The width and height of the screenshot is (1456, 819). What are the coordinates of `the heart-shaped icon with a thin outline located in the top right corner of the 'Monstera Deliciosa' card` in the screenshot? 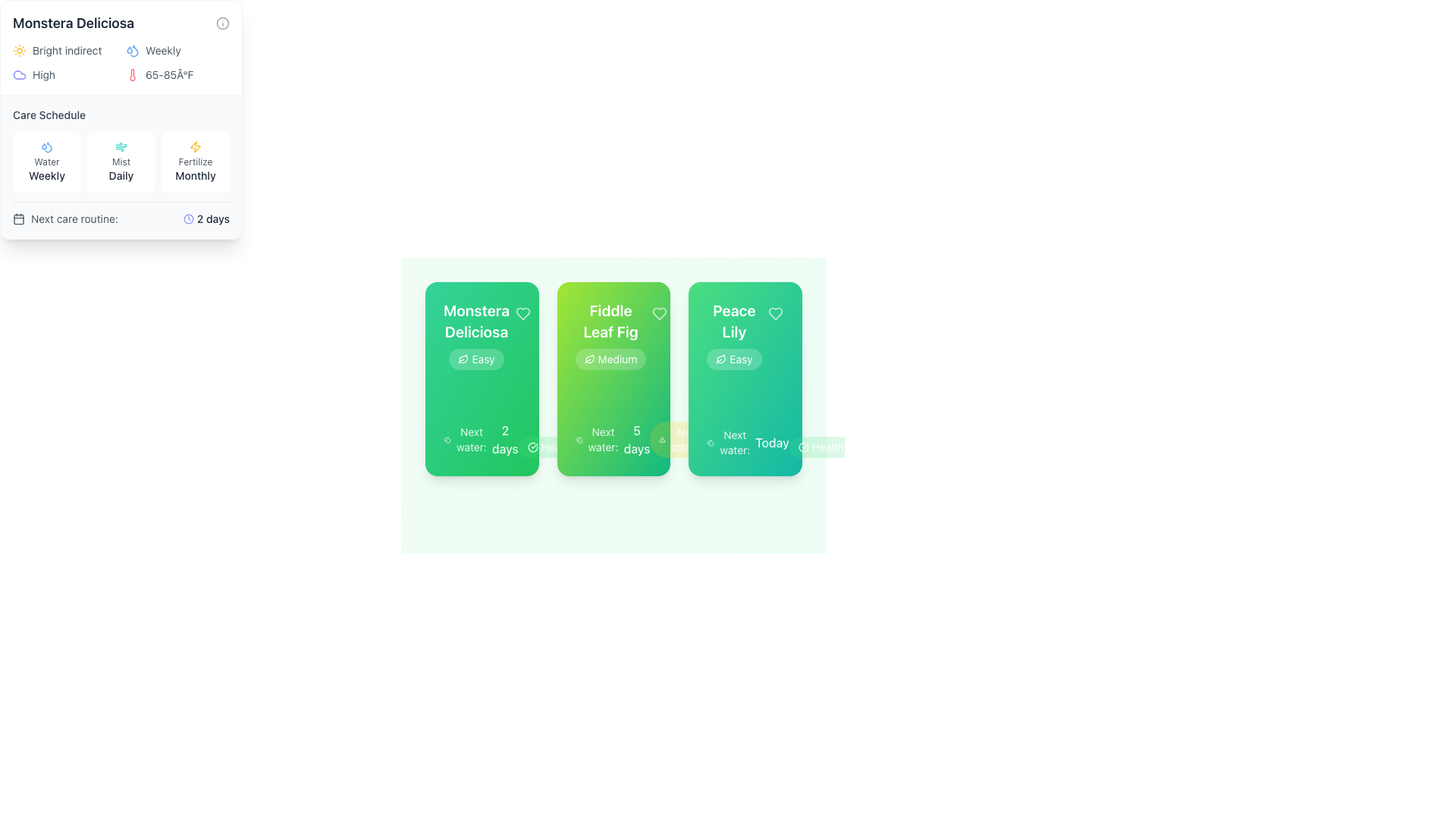 It's located at (523, 312).